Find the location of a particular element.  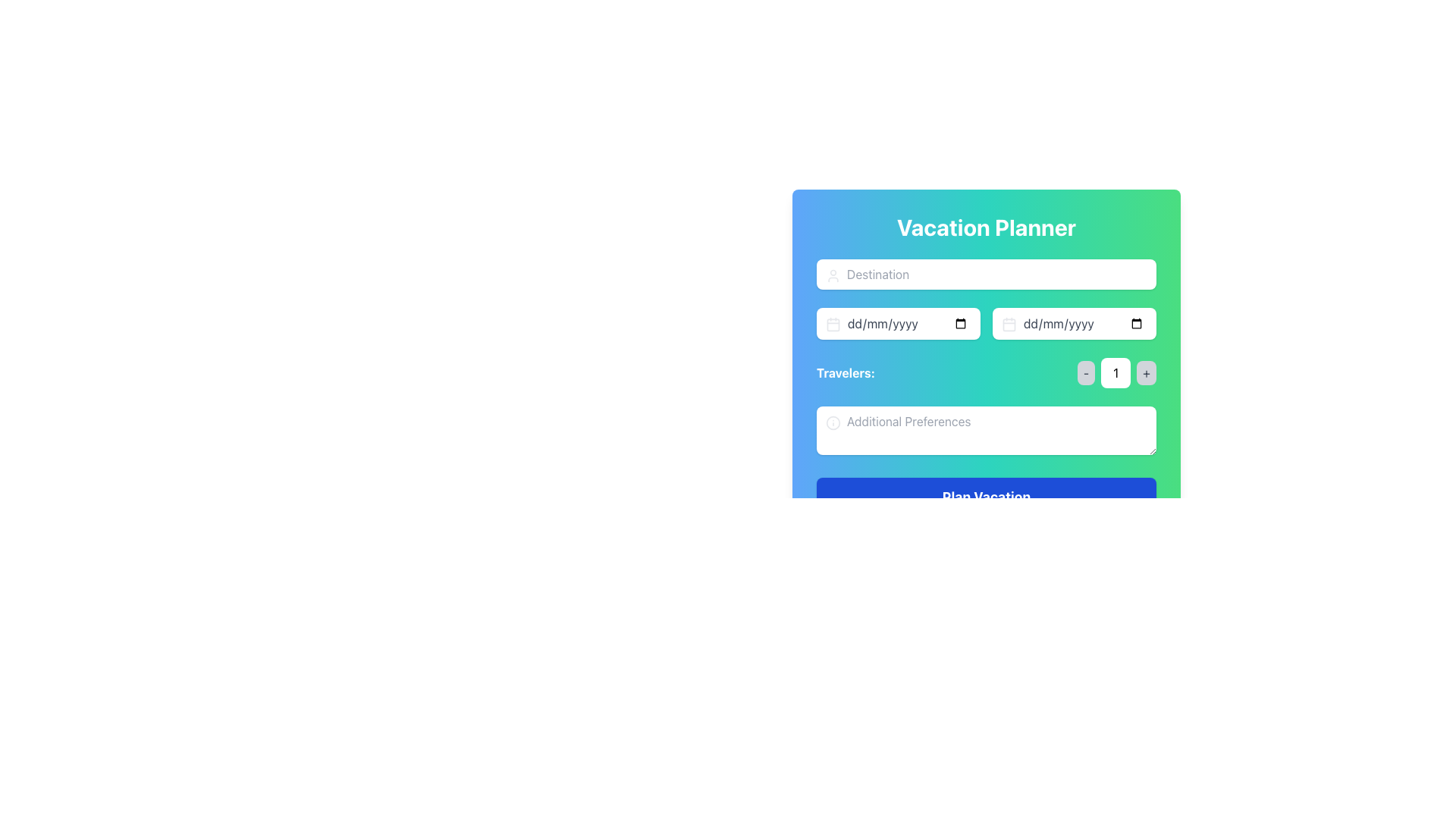

the calendar icon on the date-picker component located in the 'Vacation Planner' form is located at coordinates (986, 323).